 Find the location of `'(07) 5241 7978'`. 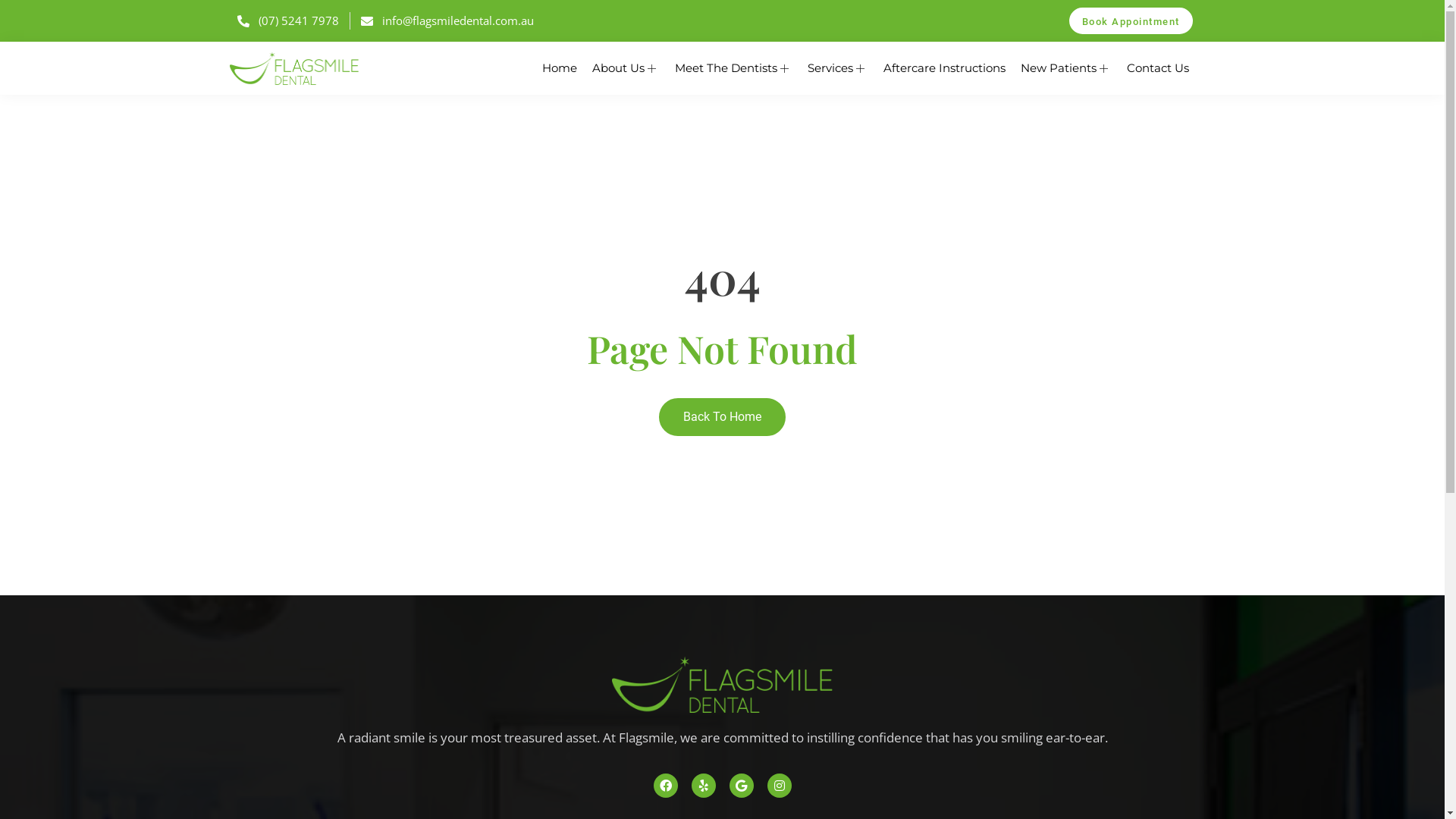

'(07) 5241 7978' is located at coordinates (287, 20).